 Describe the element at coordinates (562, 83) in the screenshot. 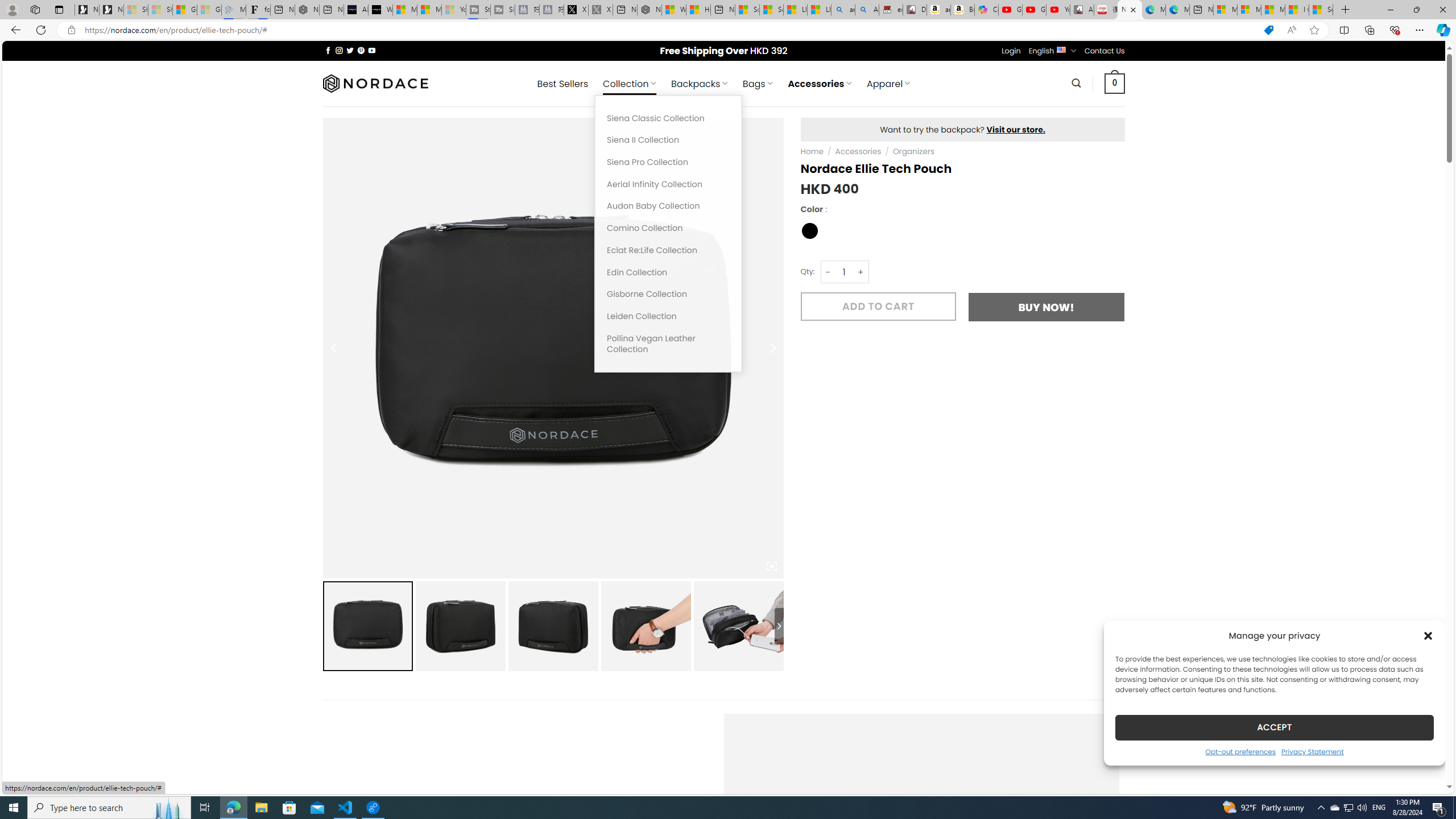

I see `'  Best Sellers'` at that location.